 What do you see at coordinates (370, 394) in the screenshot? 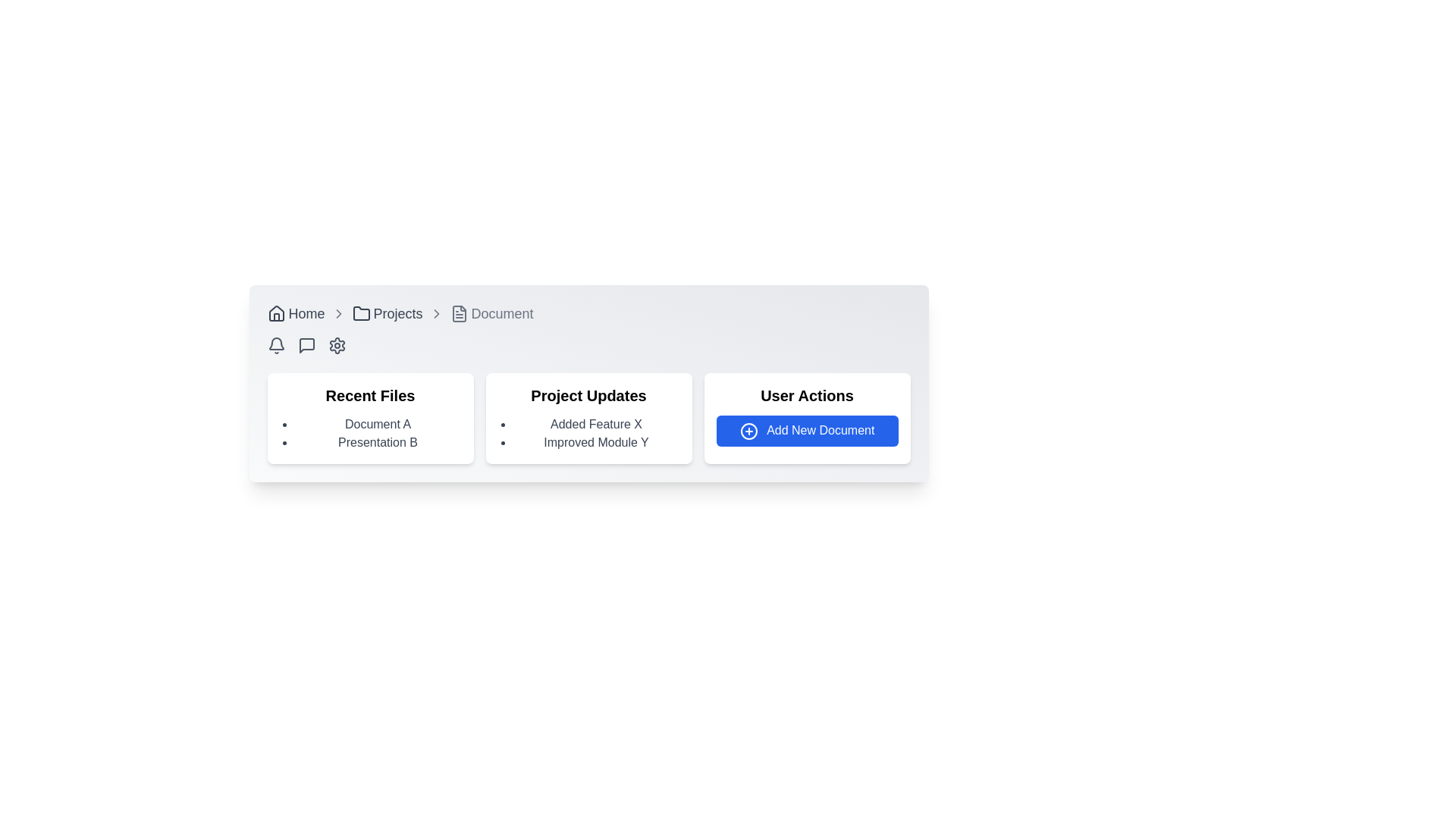
I see `the section title label at the top of the 'Recent Files' card, which indicates the content or functionality of the card below it` at bounding box center [370, 394].